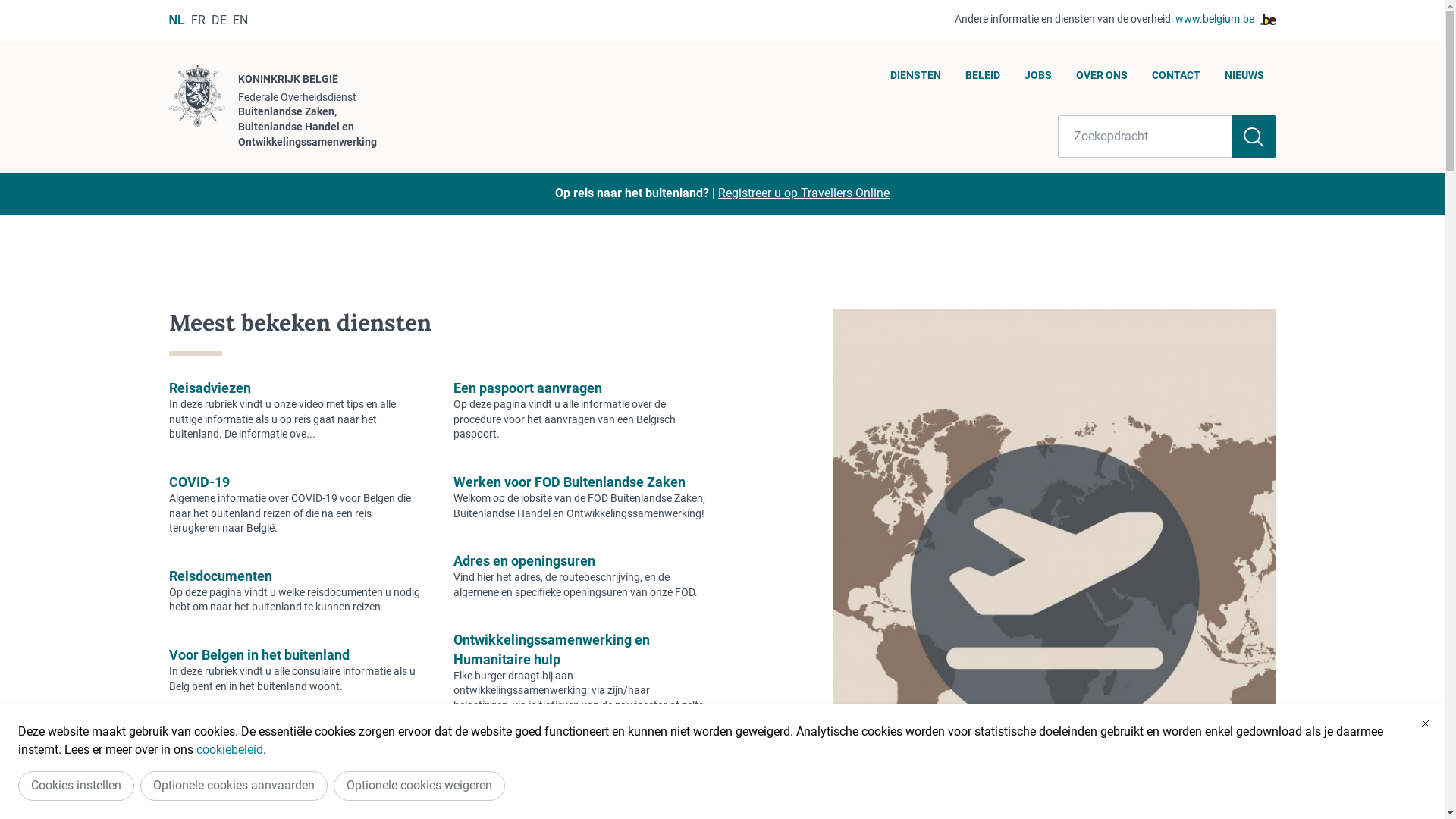  Describe the element at coordinates (1175, 20) in the screenshot. I see `'www.belgium.be'` at that location.